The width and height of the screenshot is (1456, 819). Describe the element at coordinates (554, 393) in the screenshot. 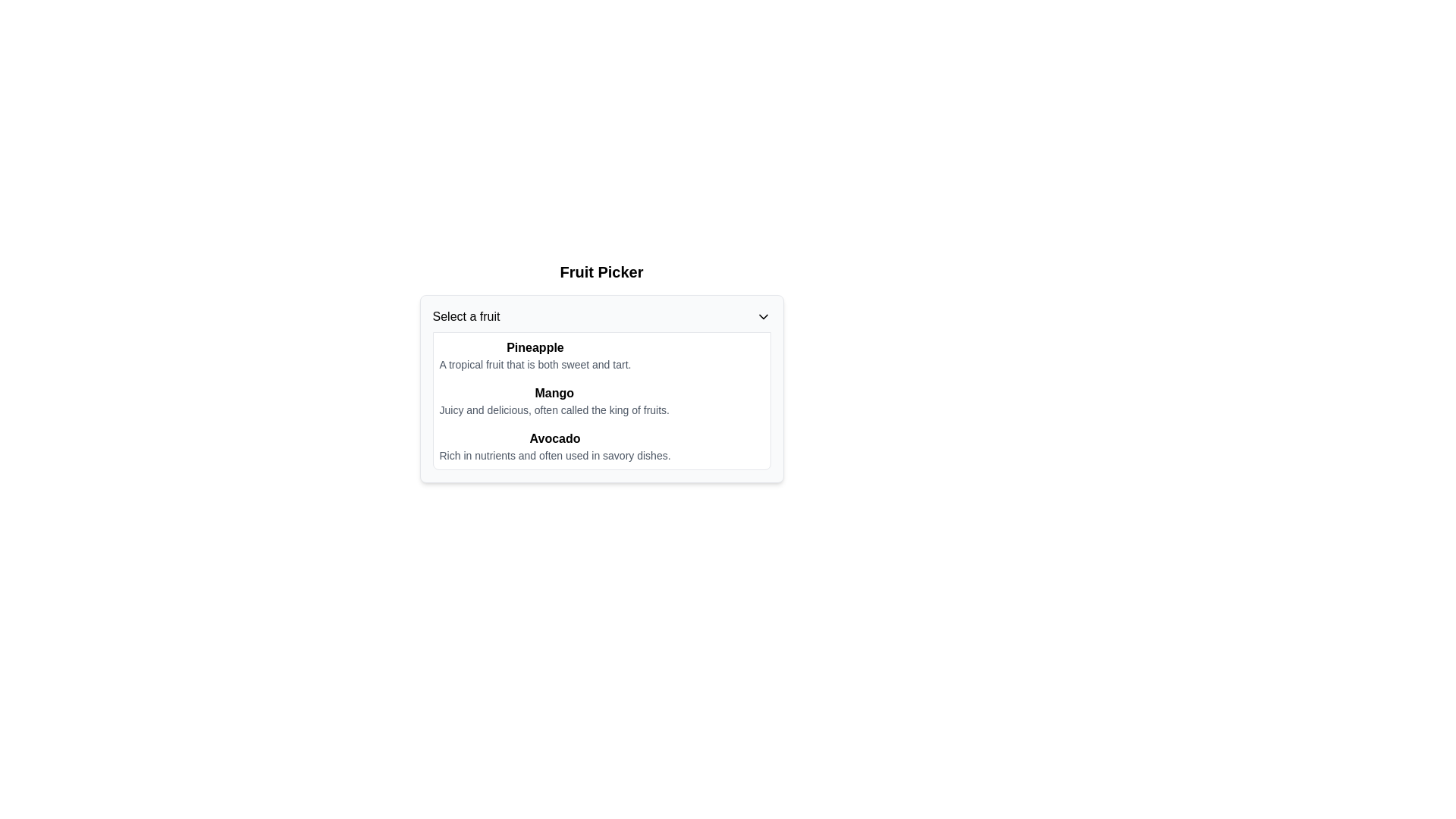

I see `the bold-text label that serves as the title for the fruit section, positioned above the description 'Juicy and delicious, often called the king of fruits.'` at that location.